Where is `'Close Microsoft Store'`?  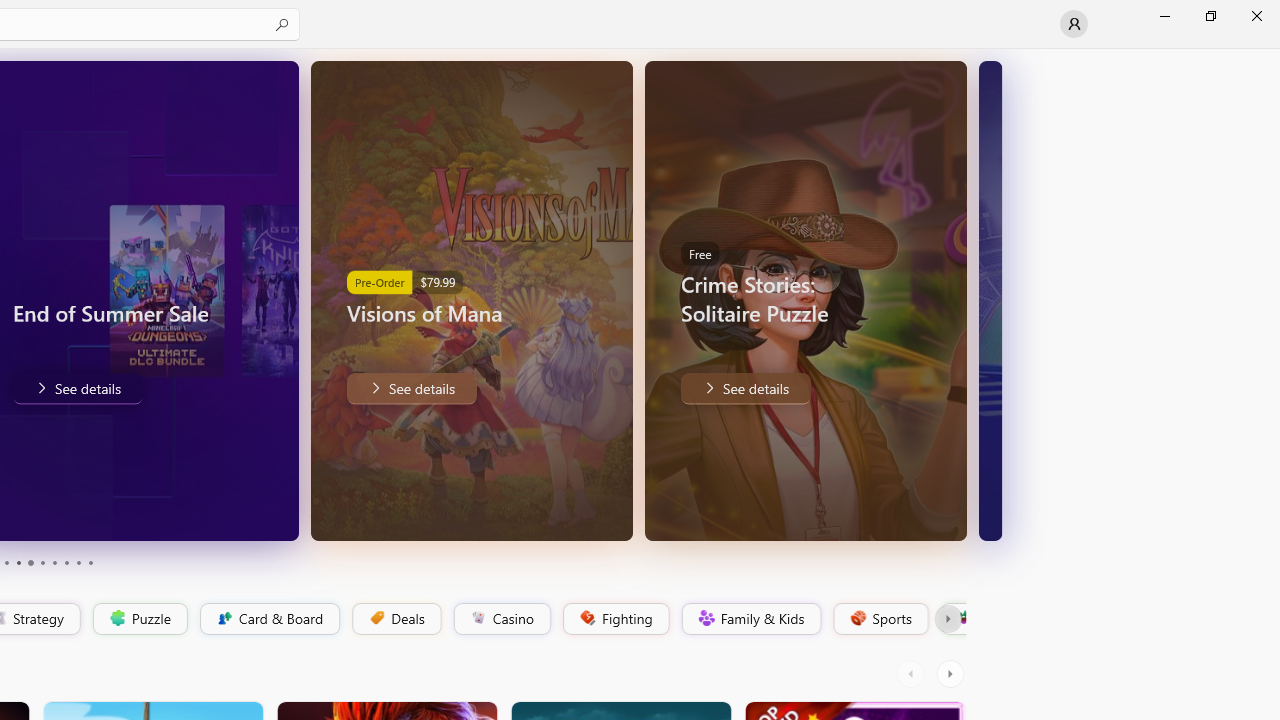 'Close Microsoft Store' is located at coordinates (1255, 15).